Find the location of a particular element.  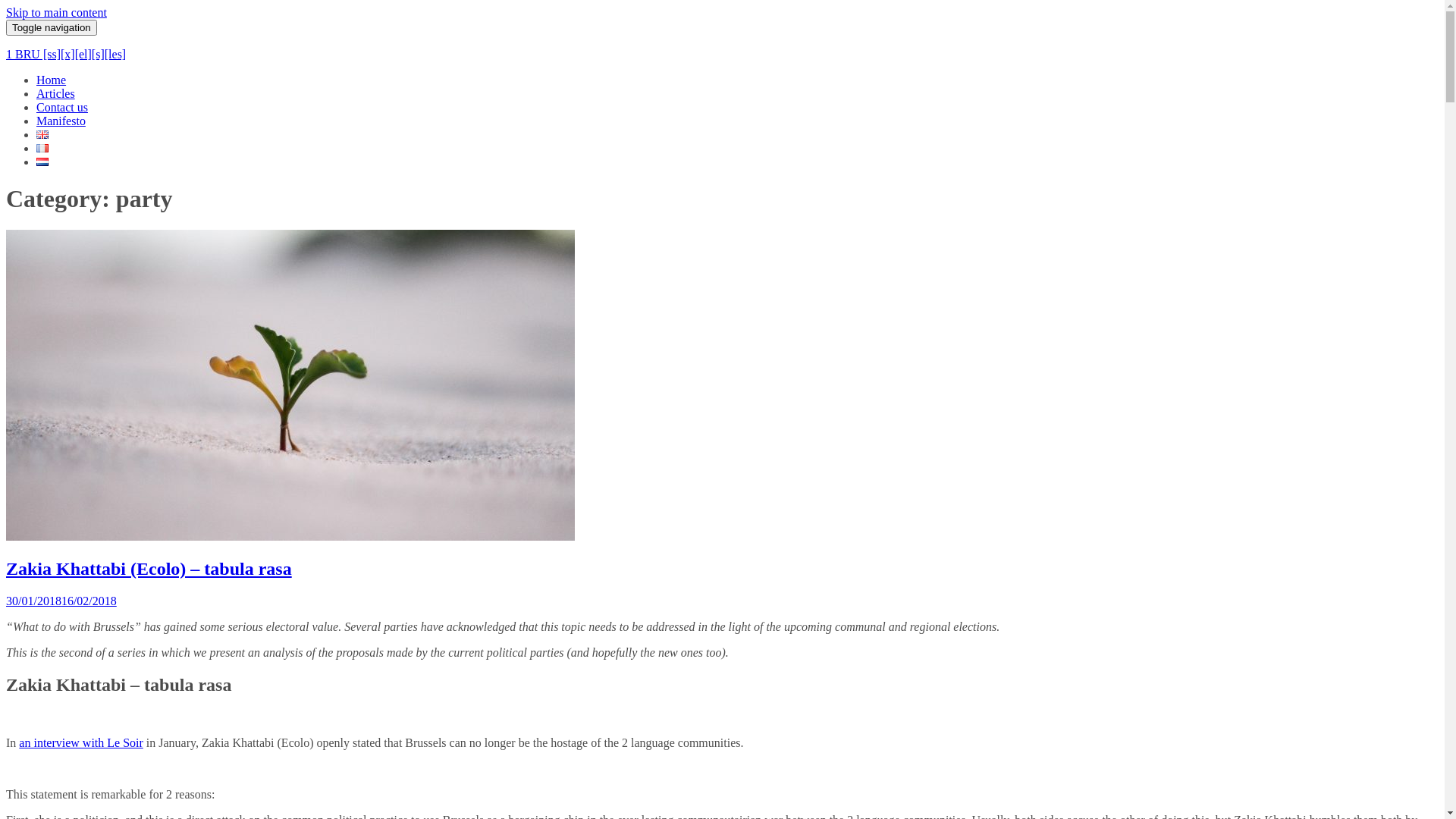

'Skip to main content' is located at coordinates (56, 12).